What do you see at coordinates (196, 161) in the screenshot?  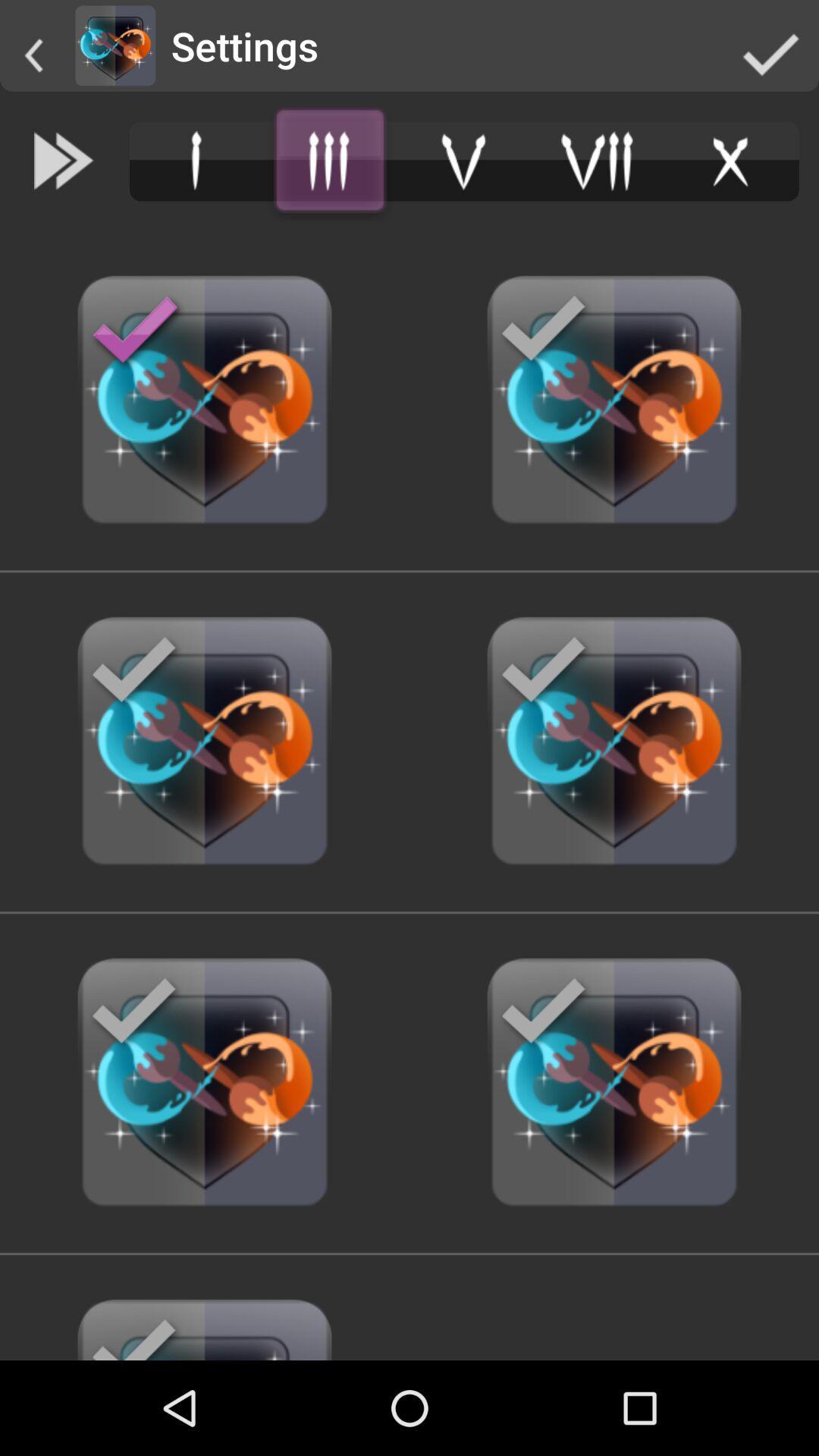 I see `menu option` at bounding box center [196, 161].